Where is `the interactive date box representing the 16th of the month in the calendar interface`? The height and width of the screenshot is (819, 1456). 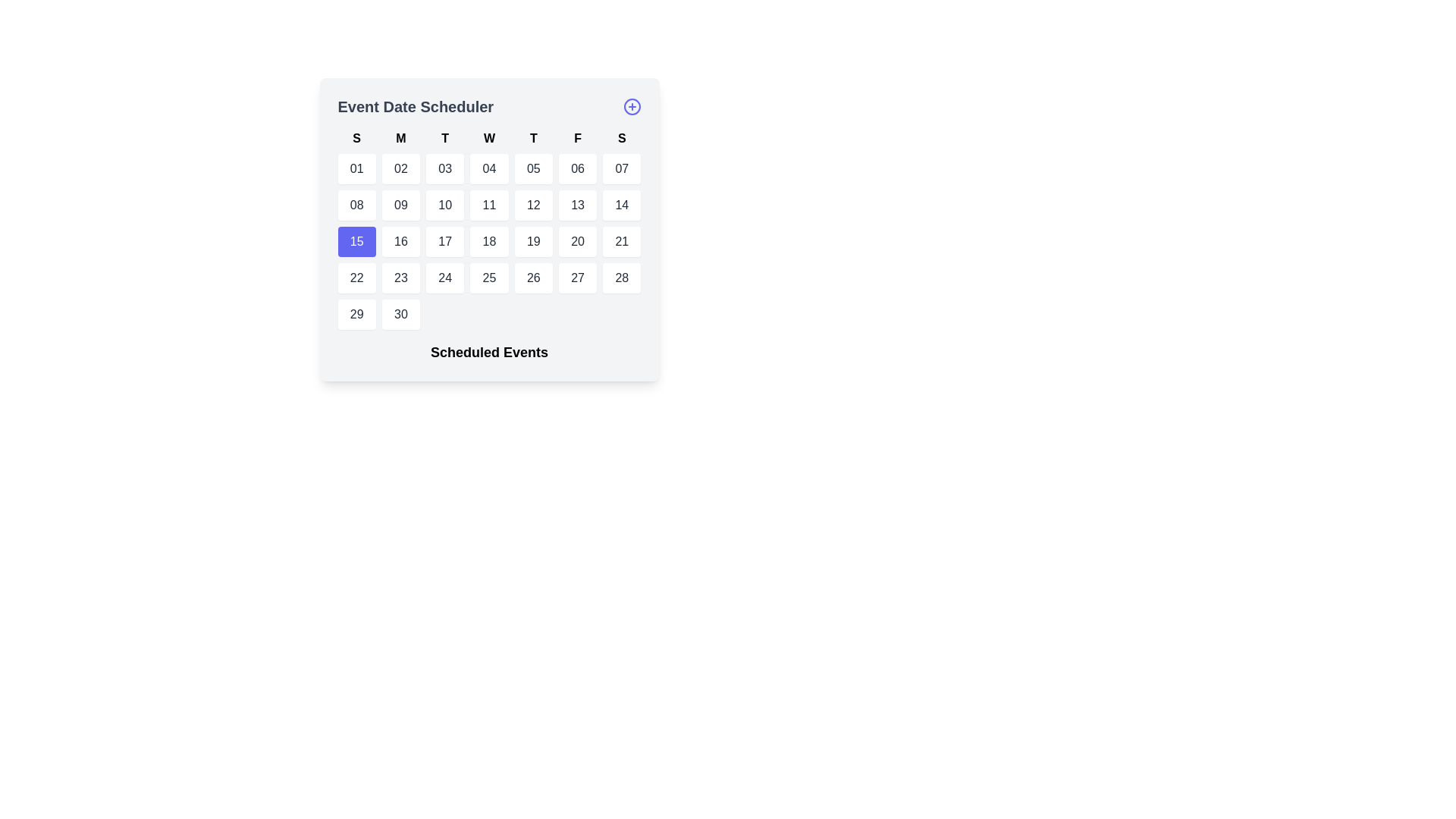
the interactive date box representing the 16th of the month in the calendar interface is located at coordinates (400, 241).